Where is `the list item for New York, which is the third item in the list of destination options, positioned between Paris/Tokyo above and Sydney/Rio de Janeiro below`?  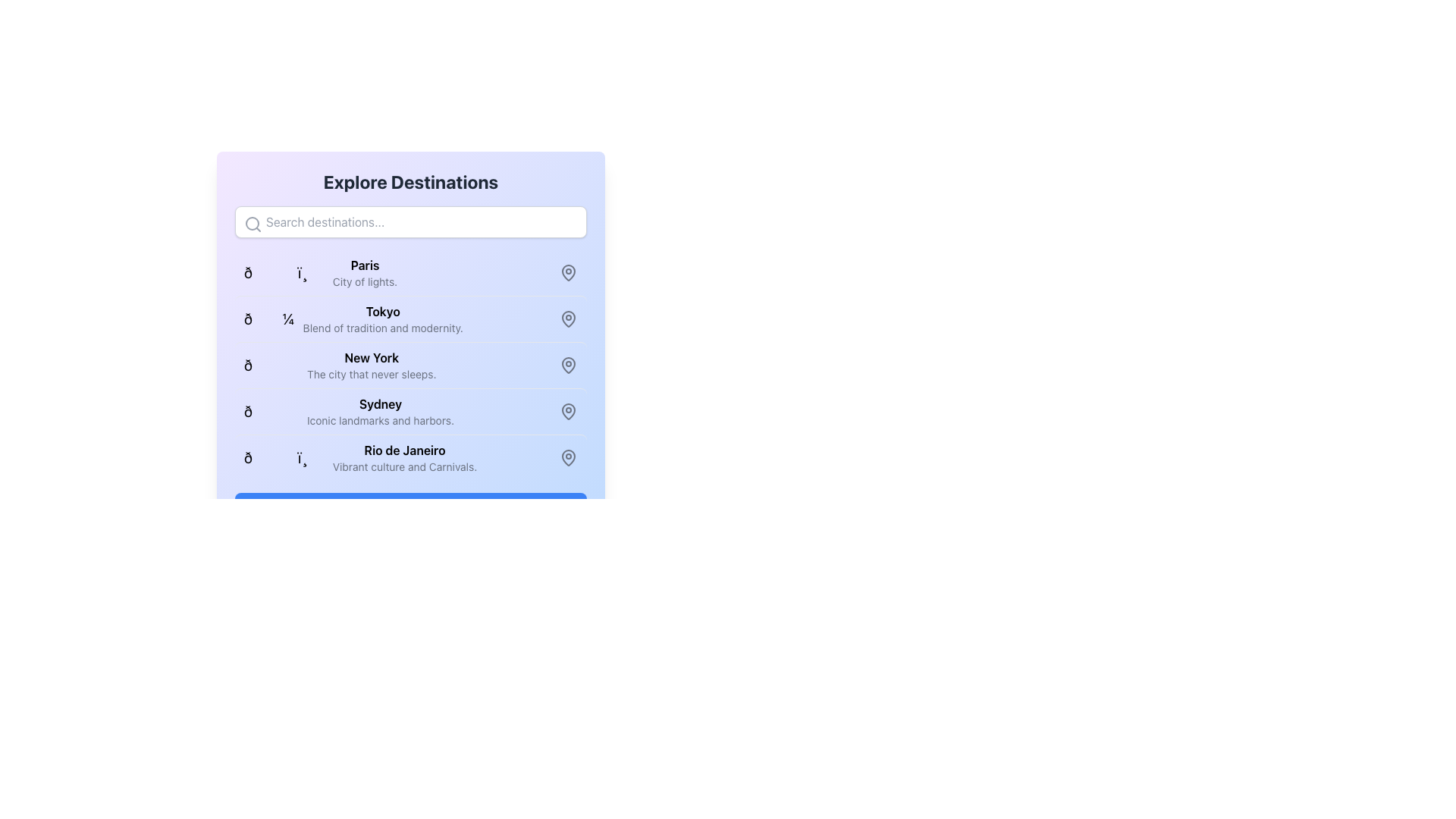
the list item for New York, which is the third item in the list of destination options, positioned between Paris/Tokyo above and Sydney/Rio de Janeiro below is located at coordinates (411, 365).